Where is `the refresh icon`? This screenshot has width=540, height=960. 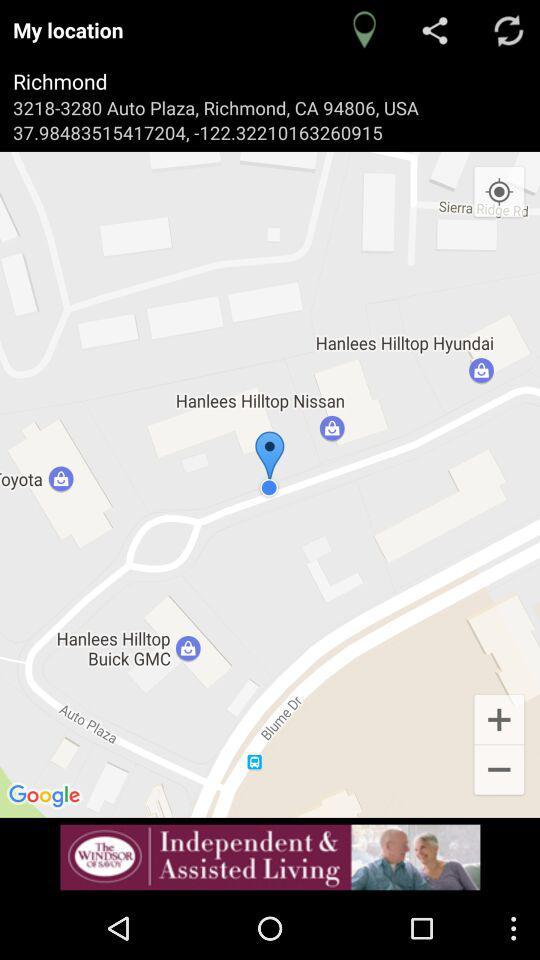
the refresh icon is located at coordinates (508, 31).